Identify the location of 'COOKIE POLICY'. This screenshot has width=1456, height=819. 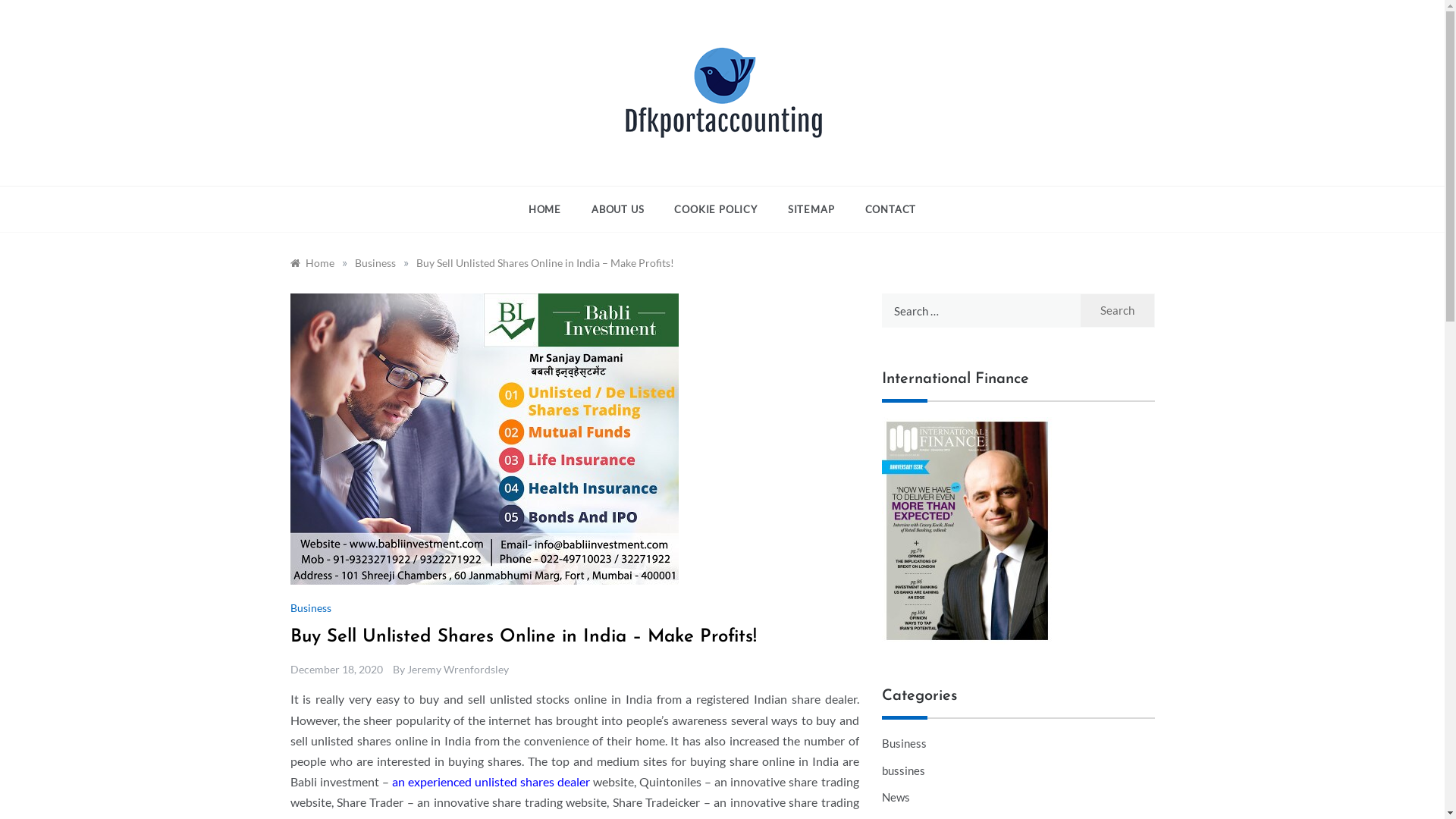
(714, 209).